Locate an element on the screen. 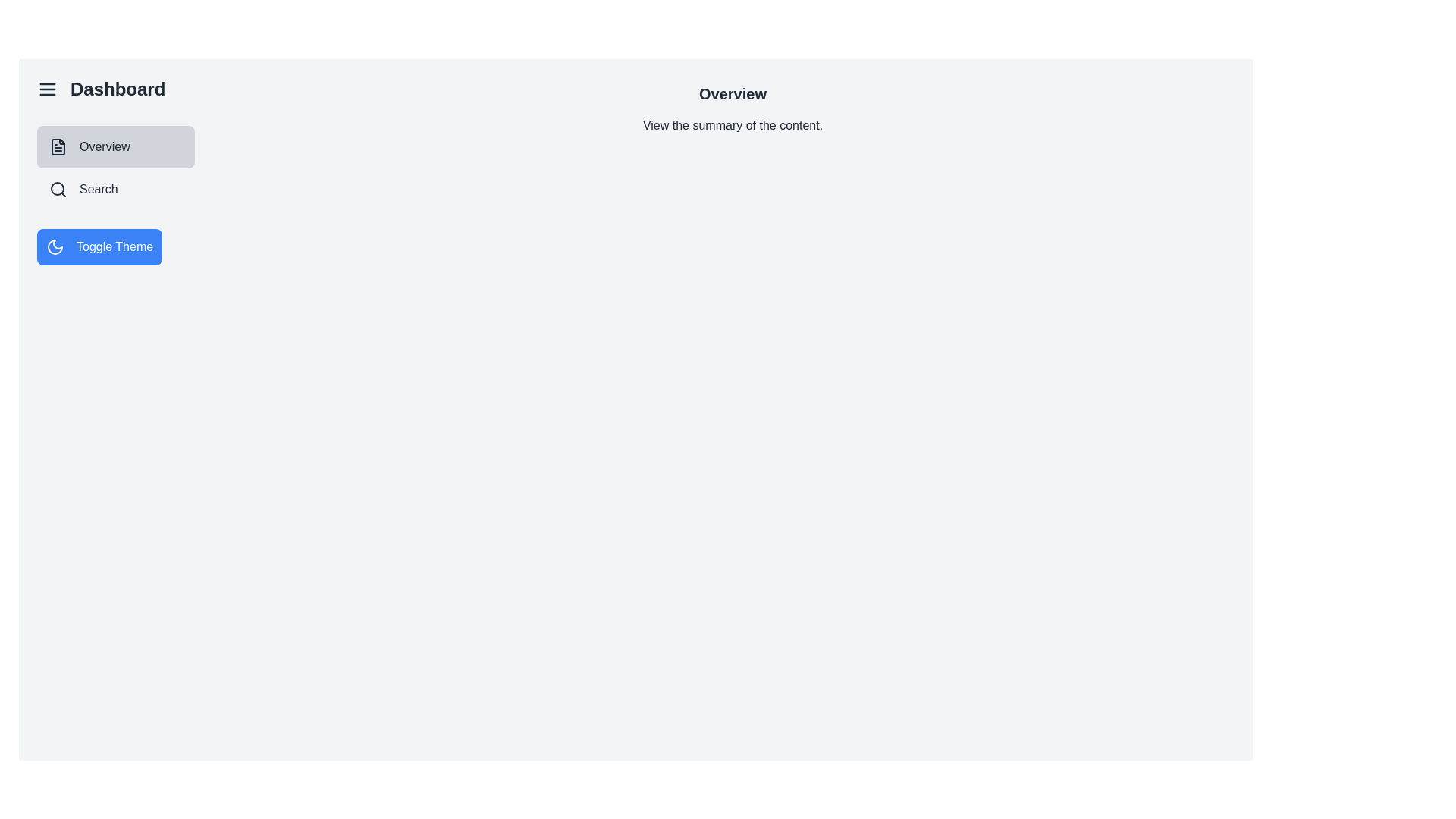  the navigation menu button to toggle the menu is located at coordinates (47, 89).